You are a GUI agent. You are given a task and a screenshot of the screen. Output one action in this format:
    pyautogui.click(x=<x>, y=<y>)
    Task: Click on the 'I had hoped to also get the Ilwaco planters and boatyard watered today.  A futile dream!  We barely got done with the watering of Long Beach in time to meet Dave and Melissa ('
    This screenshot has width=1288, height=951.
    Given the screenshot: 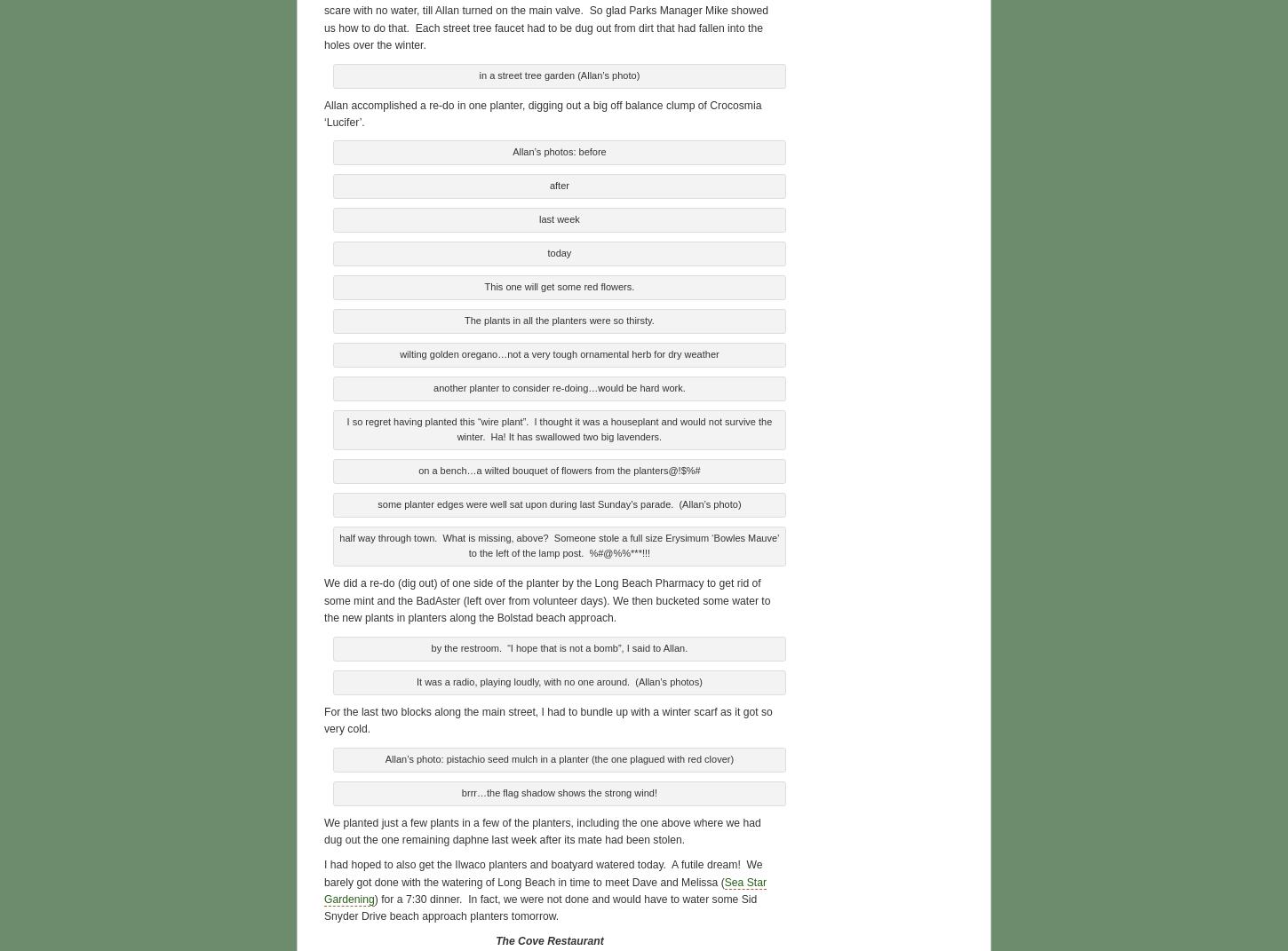 What is the action you would take?
    pyautogui.click(x=542, y=870)
    